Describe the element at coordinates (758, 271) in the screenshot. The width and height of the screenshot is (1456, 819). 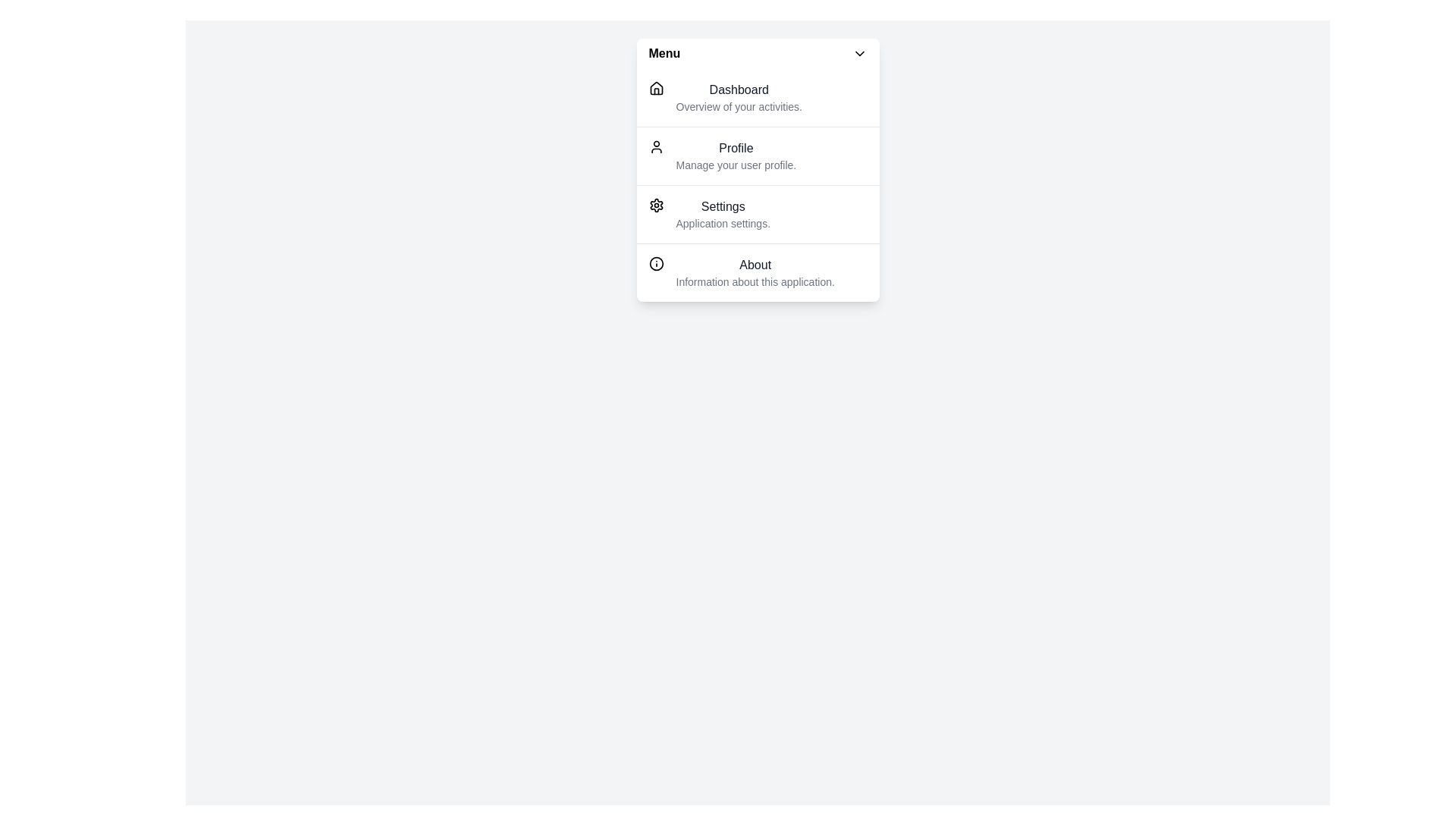
I see `the menu item About to see visual feedback` at that location.